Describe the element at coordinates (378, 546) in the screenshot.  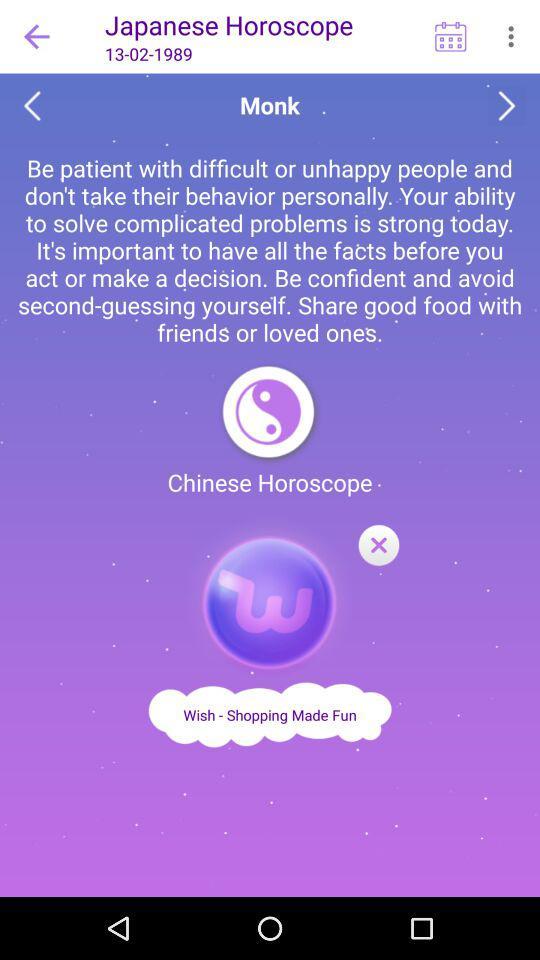
I see `button` at that location.